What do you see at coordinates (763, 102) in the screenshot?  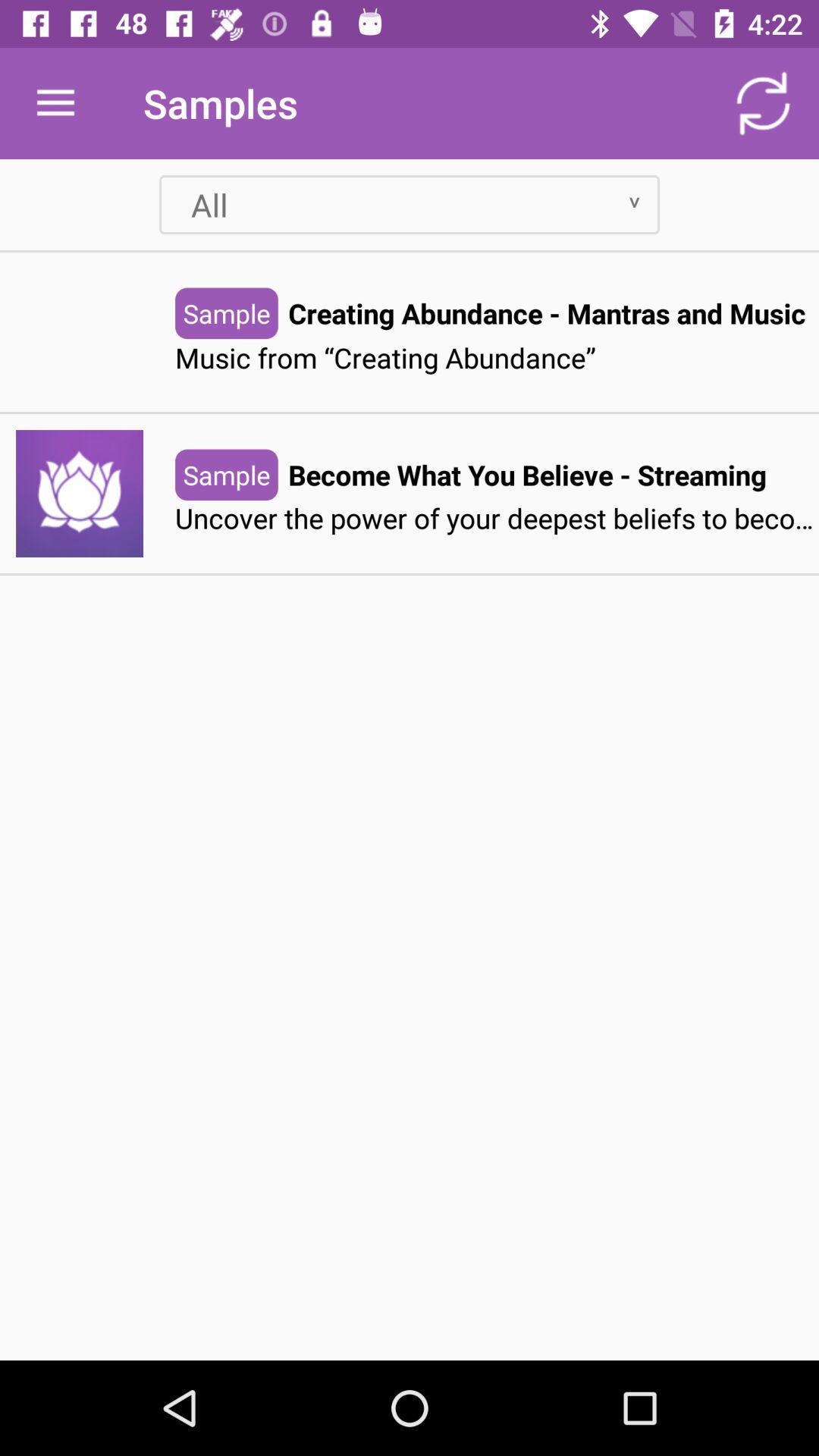 I see `item next to the samples` at bounding box center [763, 102].